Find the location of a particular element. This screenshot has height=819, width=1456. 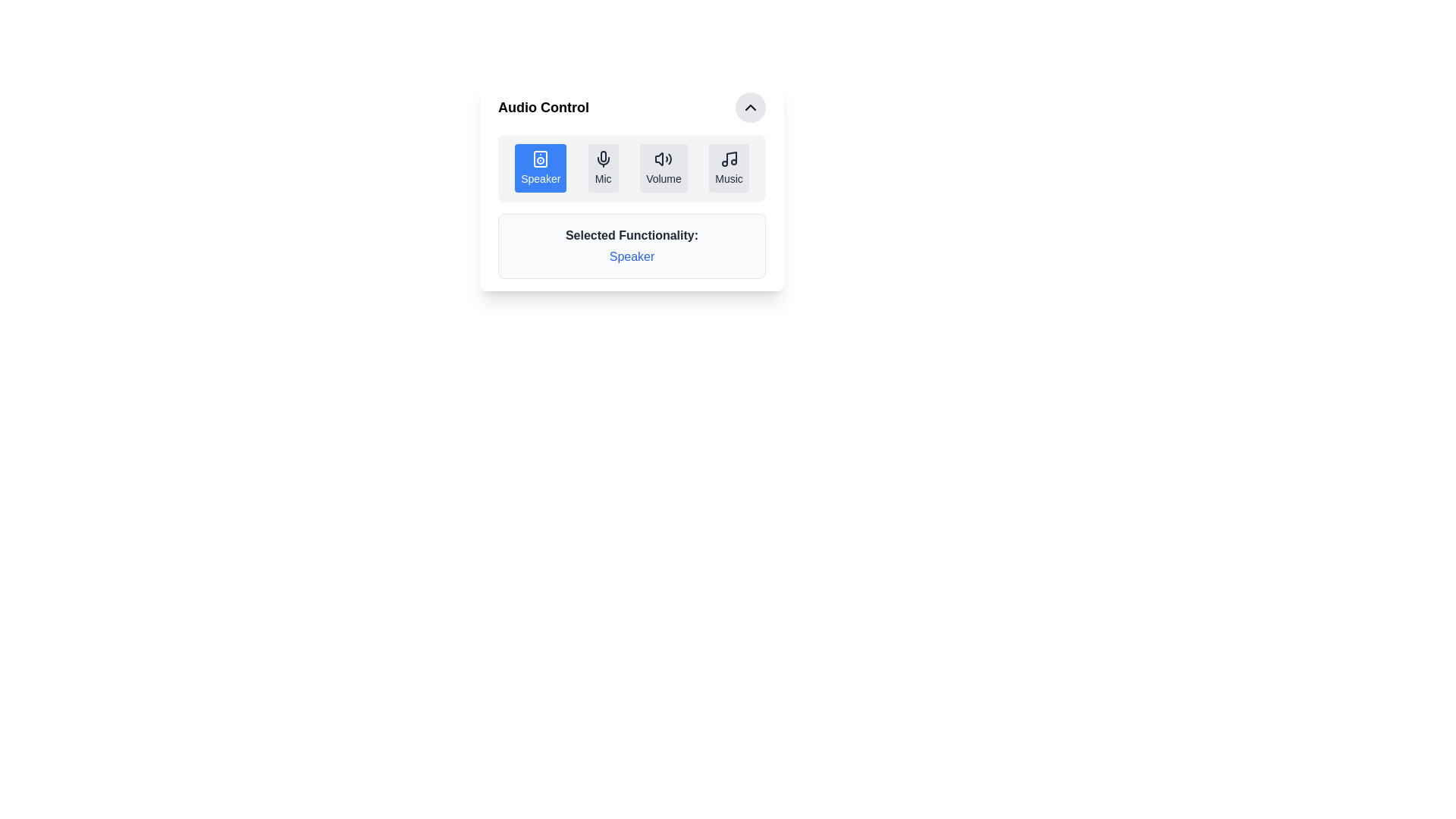

the Information display panel that shows the currently selected functionality as 'Speaker', located beneath the interactive icons for 'Speaker', 'Mic', 'Volume', and 'Music' is located at coordinates (632, 245).